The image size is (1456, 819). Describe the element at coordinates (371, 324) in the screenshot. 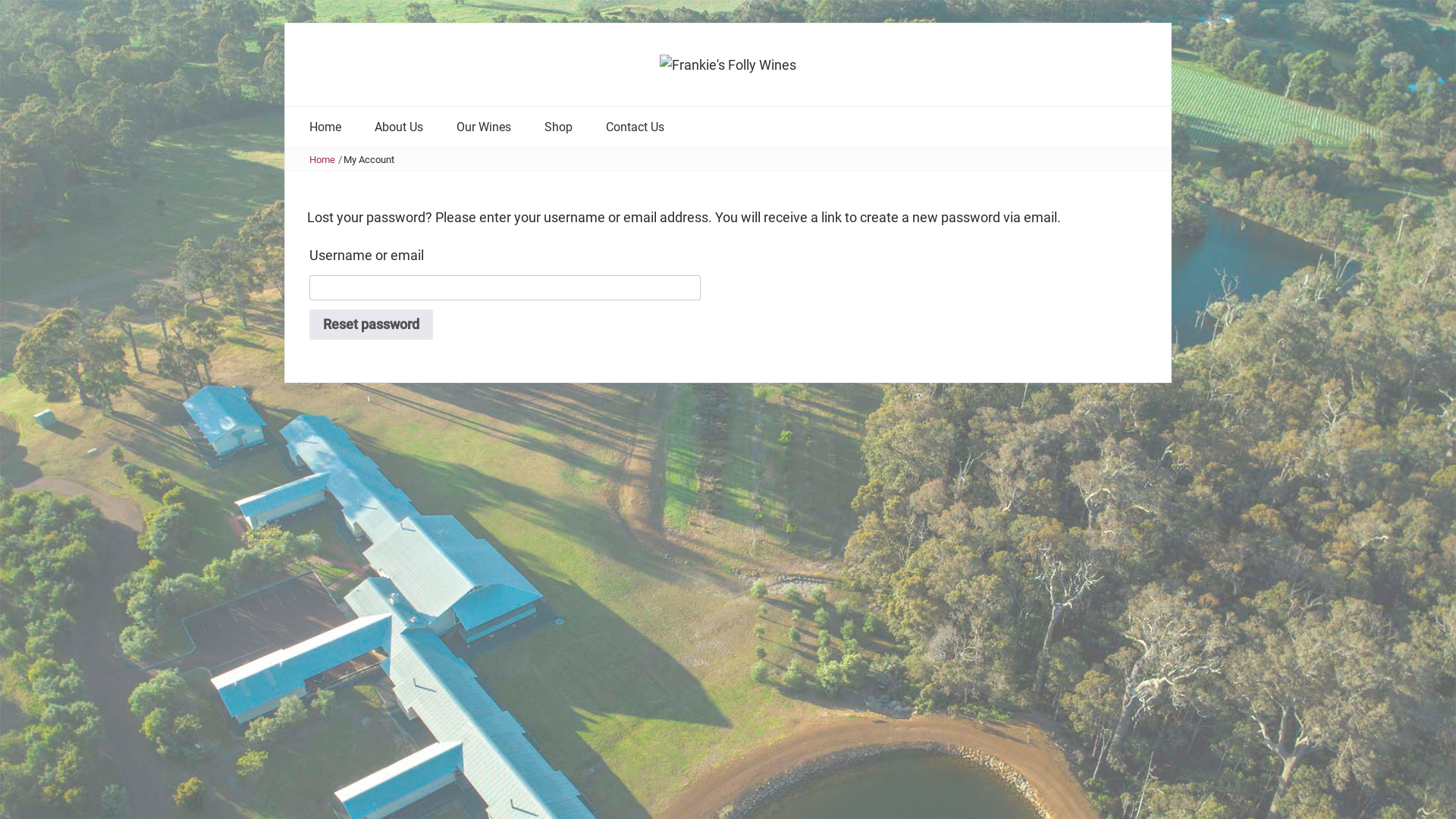

I see `'Reset password'` at that location.